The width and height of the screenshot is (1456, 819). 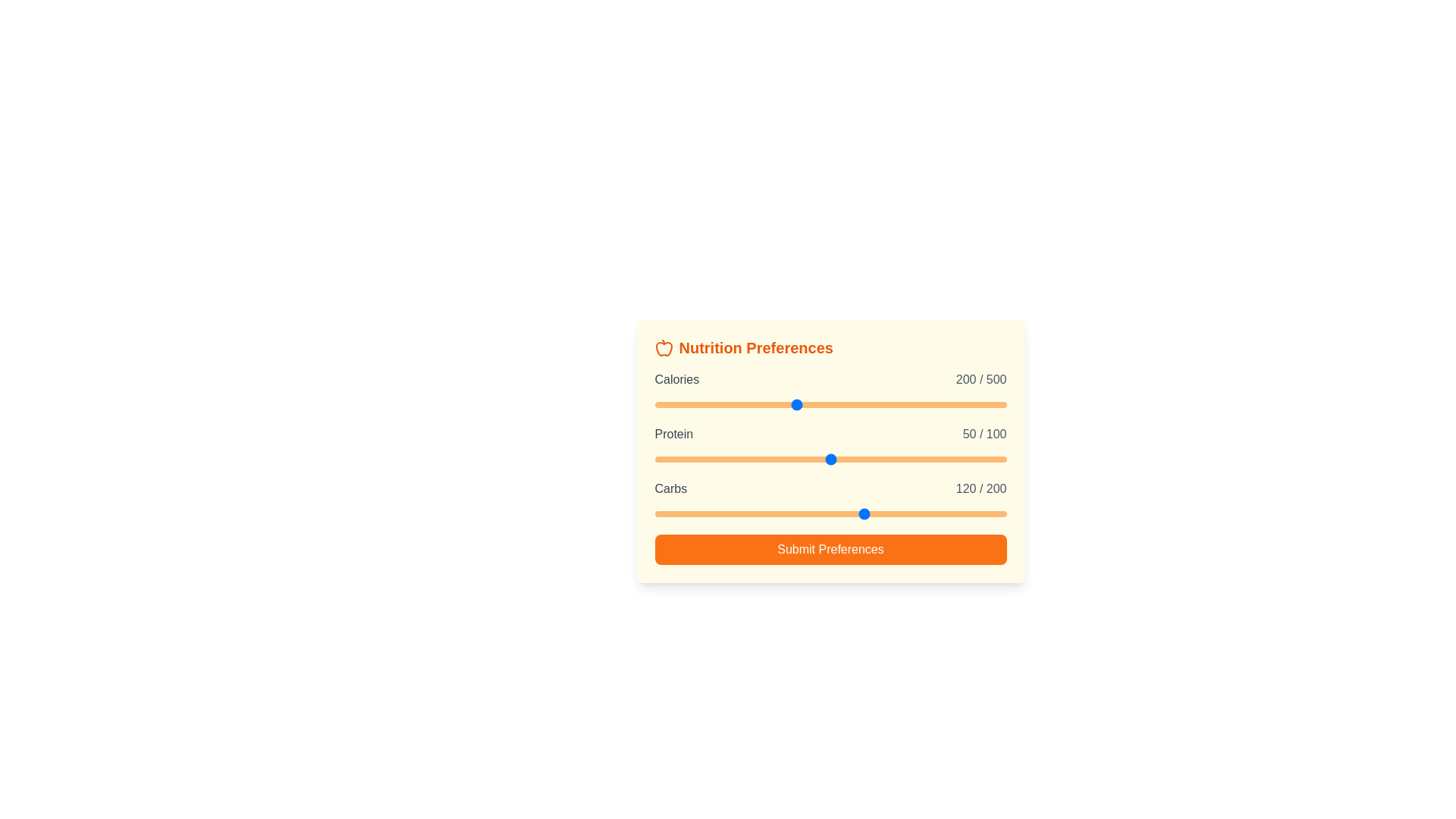 What do you see at coordinates (788, 458) in the screenshot?
I see `the protein value` at bounding box center [788, 458].